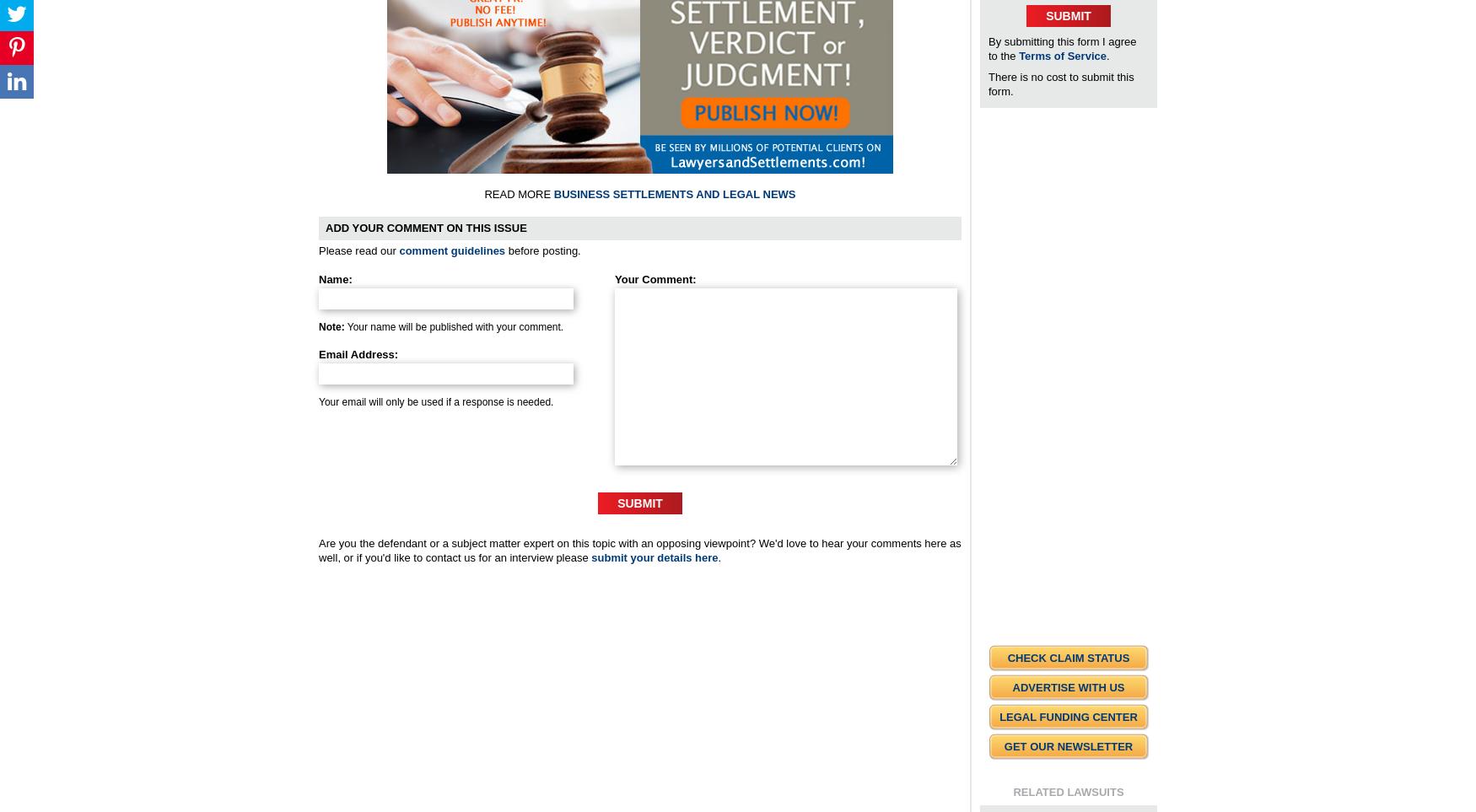 The width and height of the screenshot is (1476, 812). What do you see at coordinates (638, 550) in the screenshot?
I see `'Are you the defendant or a subject matter expert on this topic with an opposing viewpoint? We'd love to hear your comments here as well, or if you'd like to contact us for an interview please'` at bounding box center [638, 550].